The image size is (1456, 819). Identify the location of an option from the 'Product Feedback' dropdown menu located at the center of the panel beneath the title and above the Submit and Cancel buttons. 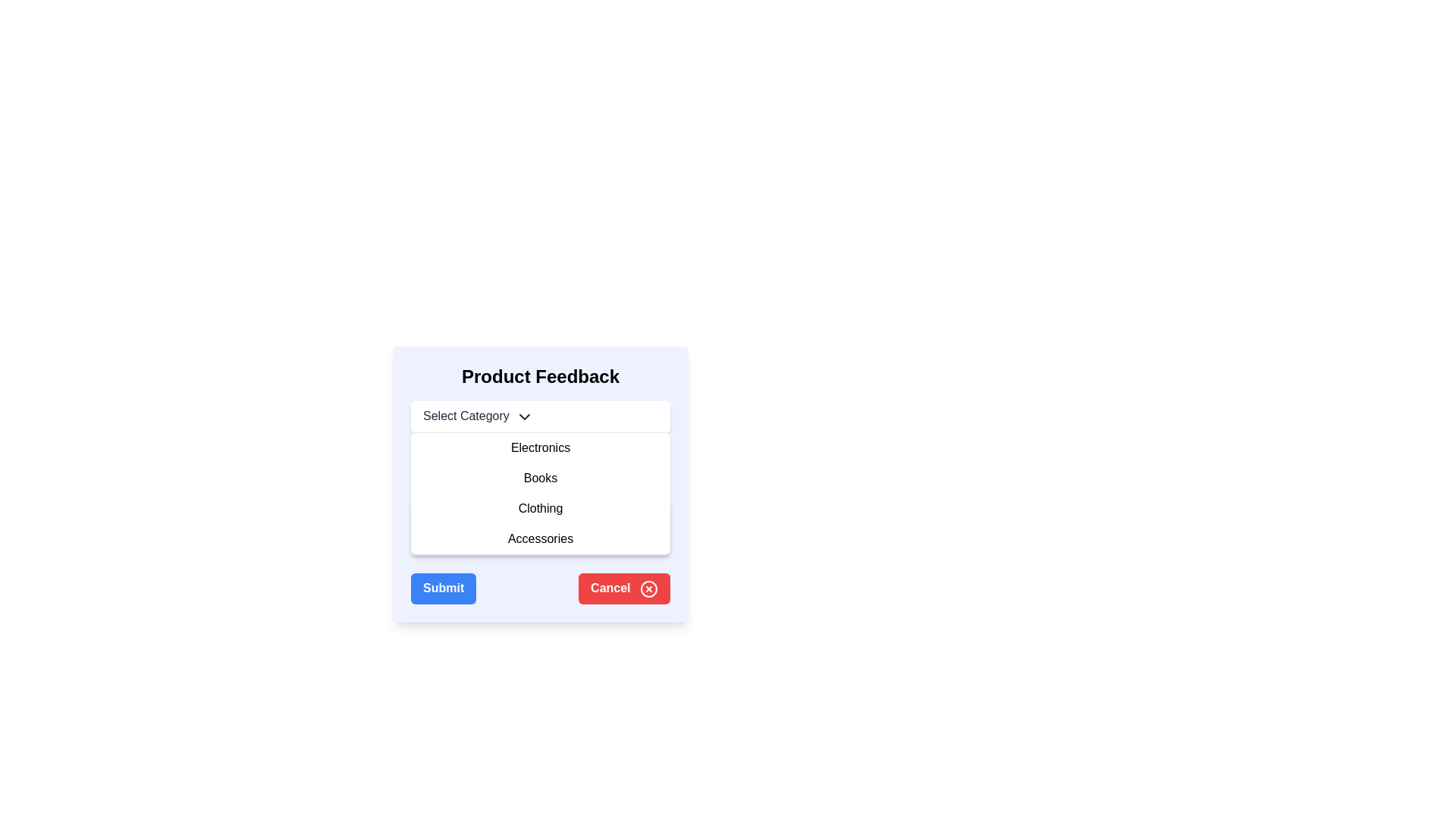
(541, 502).